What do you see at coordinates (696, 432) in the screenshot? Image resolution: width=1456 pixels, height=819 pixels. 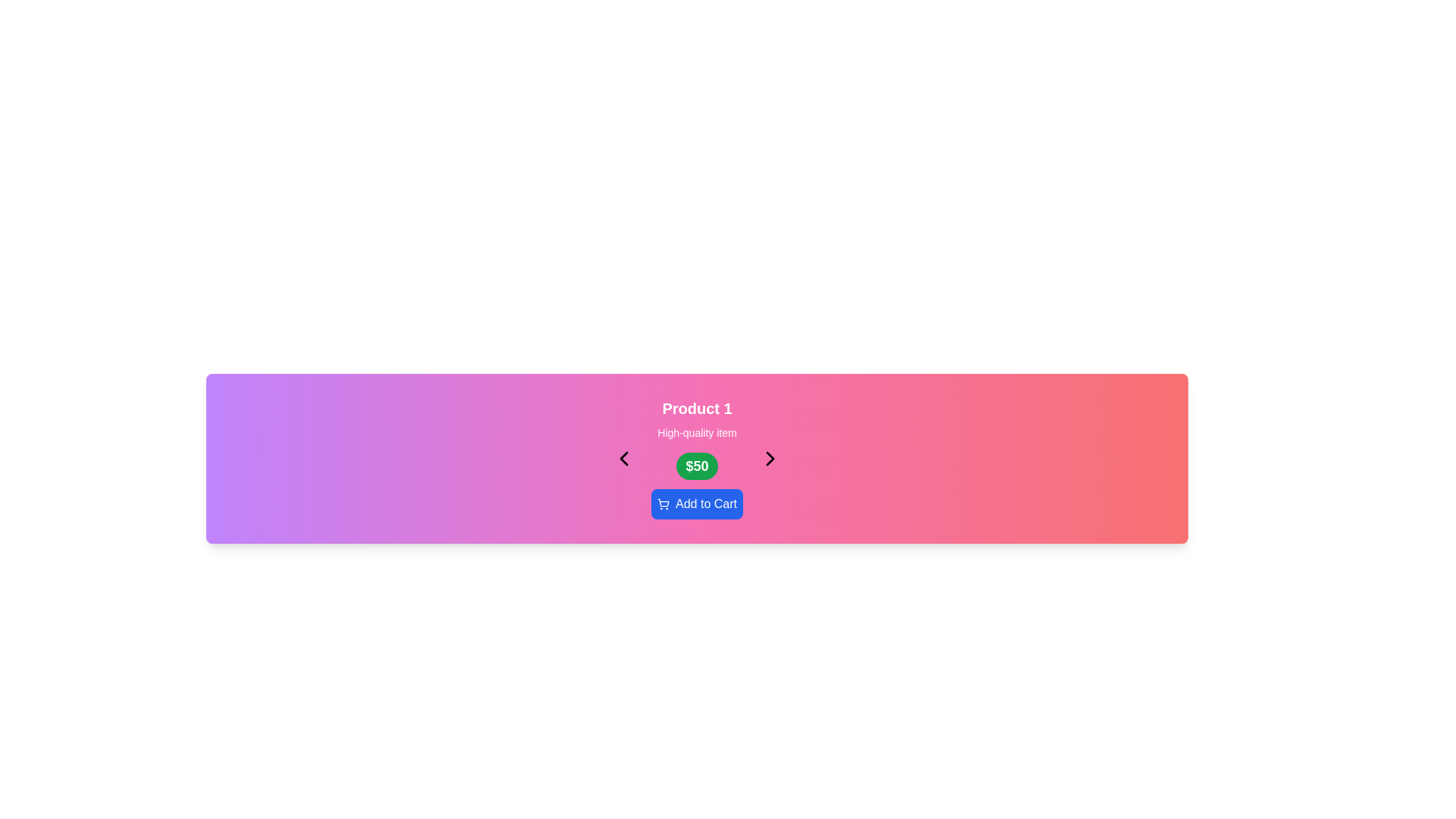 I see `the text label displaying 'High-quality item', which is styled in a small font size and aligned centrally within a vertical product layout` at bounding box center [696, 432].